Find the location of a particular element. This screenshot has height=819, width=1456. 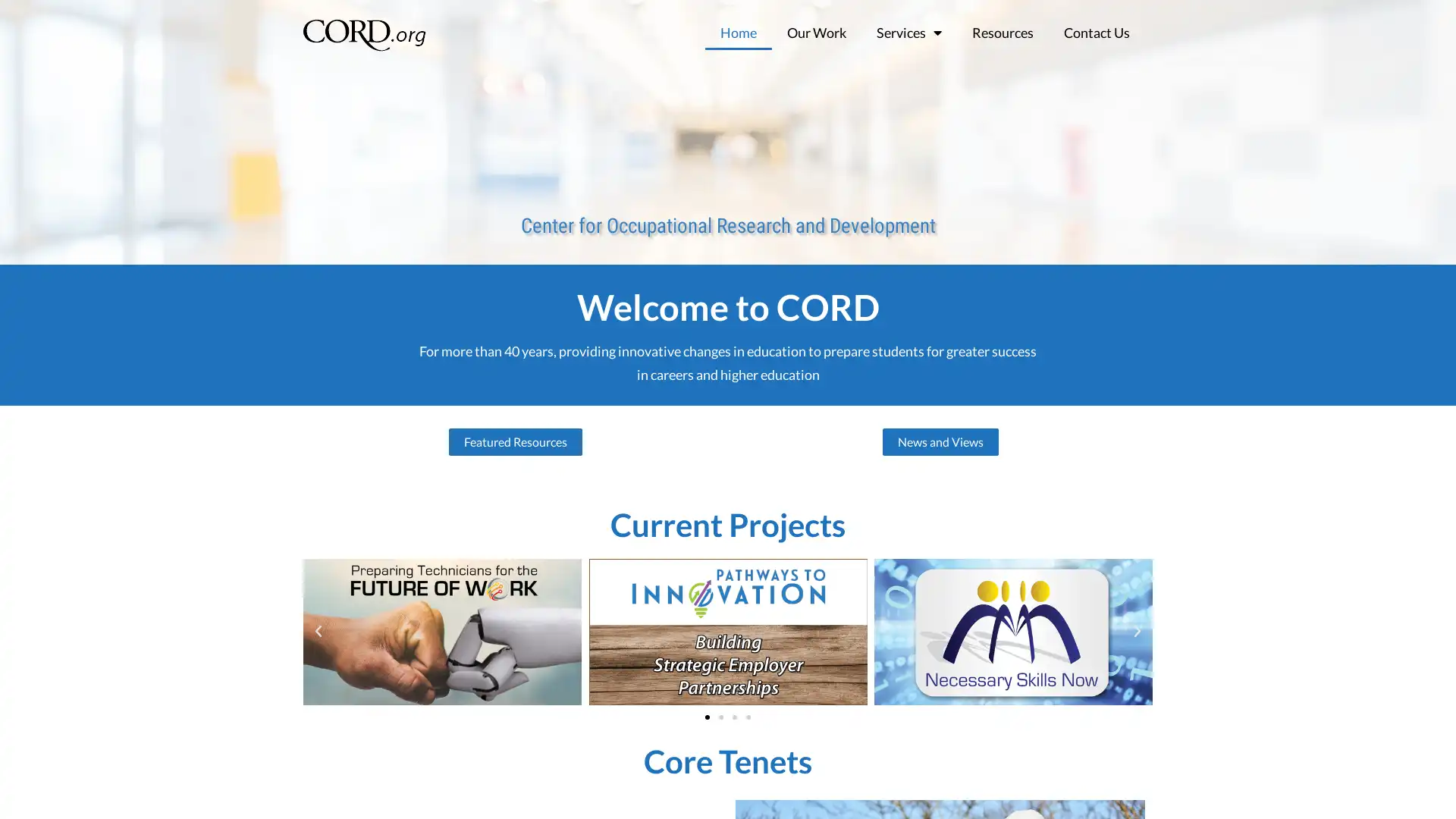

Go to slide 3 is located at coordinates (735, 717).